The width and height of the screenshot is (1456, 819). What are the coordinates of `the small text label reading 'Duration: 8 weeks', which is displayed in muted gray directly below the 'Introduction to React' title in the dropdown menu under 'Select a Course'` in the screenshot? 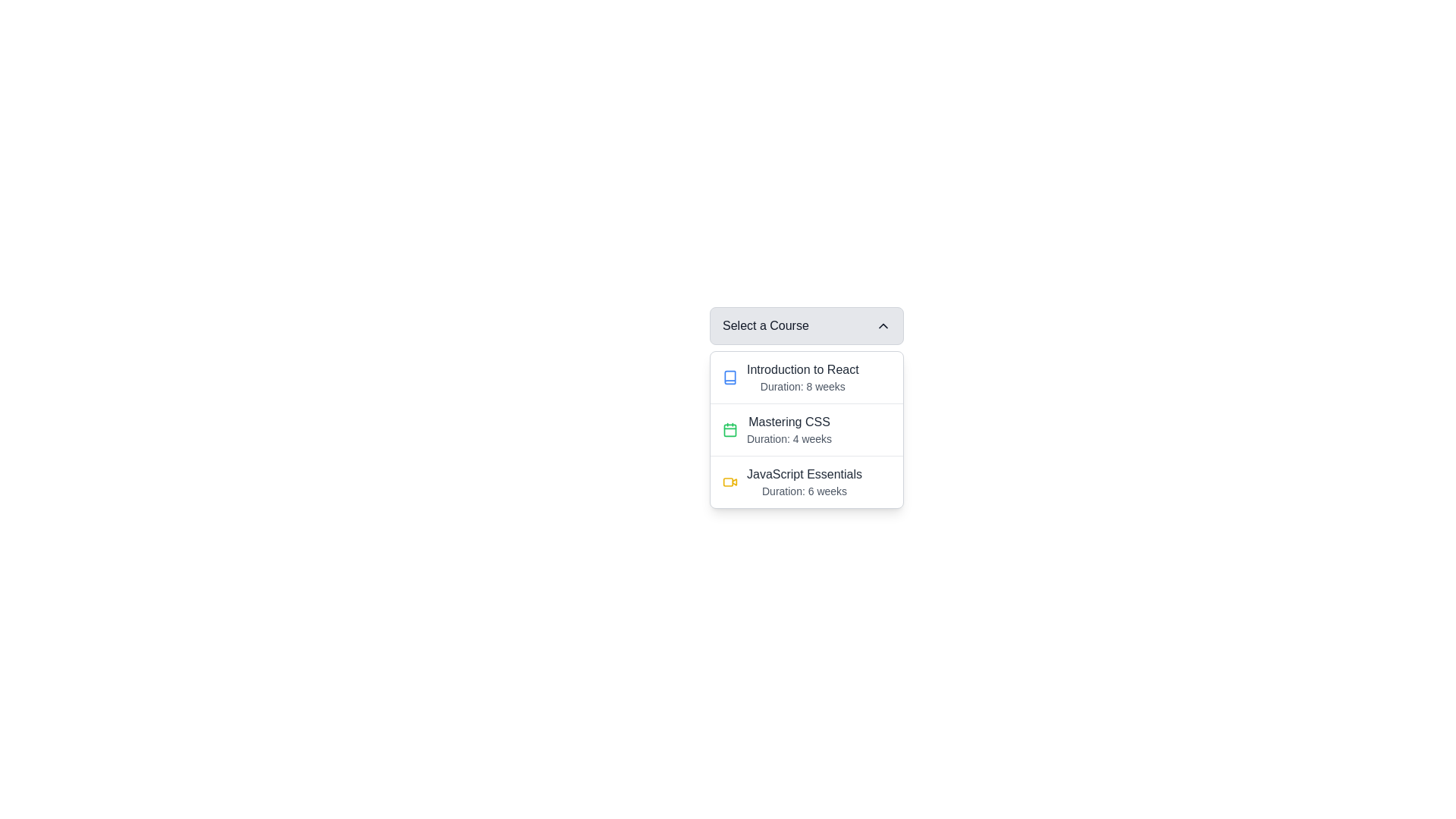 It's located at (802, 385).